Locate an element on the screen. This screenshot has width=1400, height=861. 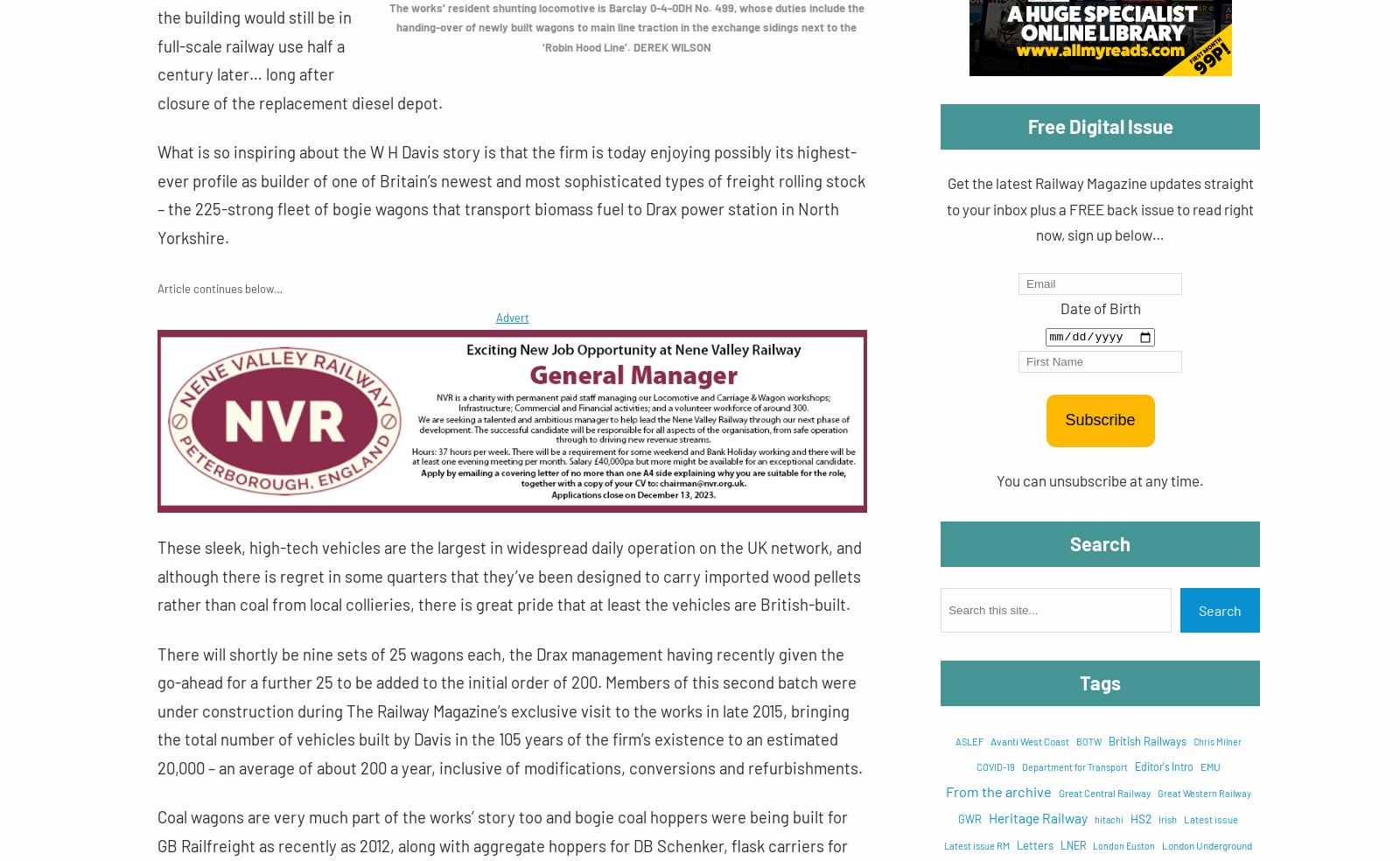
'Letters' is located at coordinates (1035, 844).